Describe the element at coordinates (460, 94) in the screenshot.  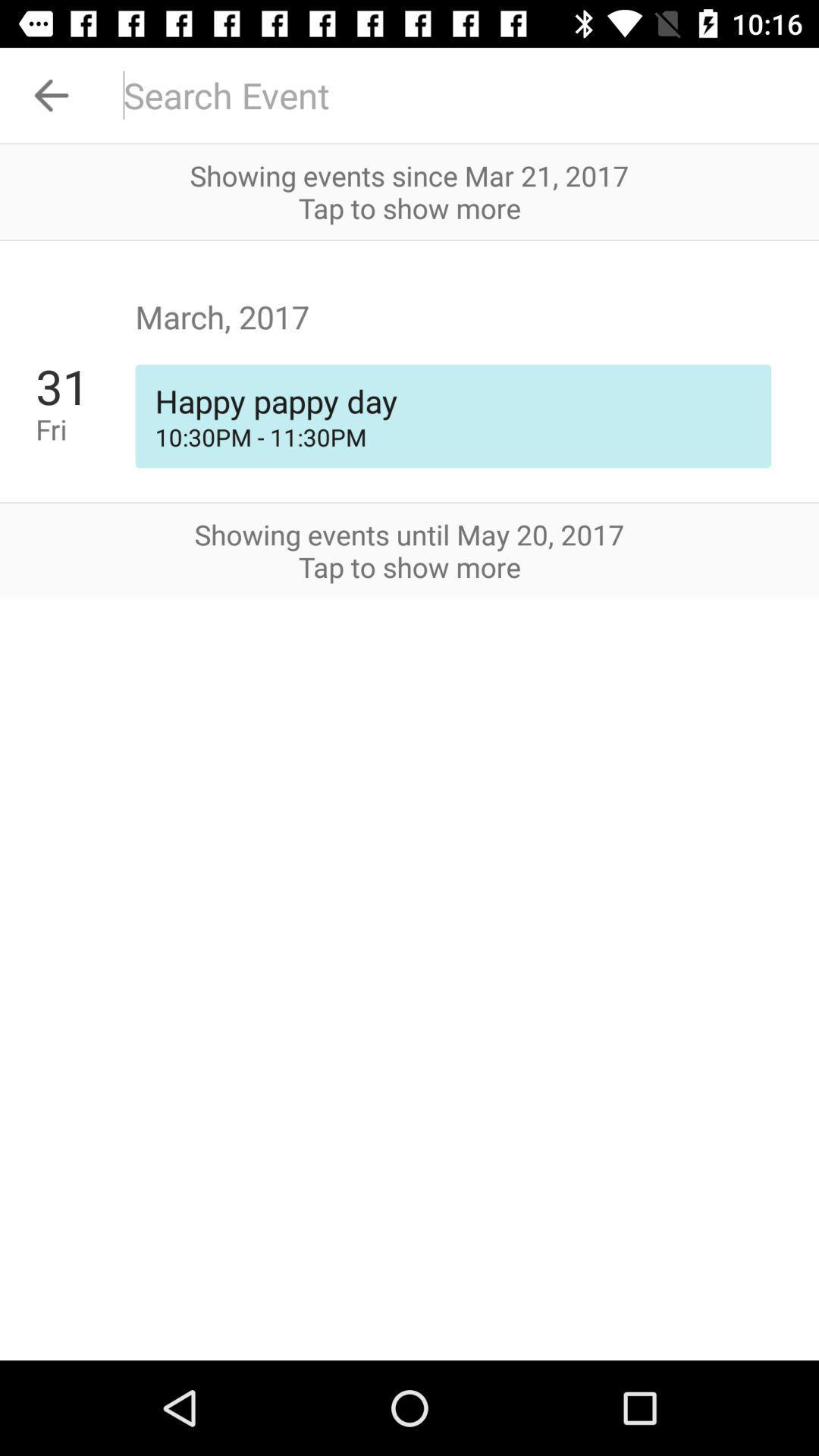
I see `search topic` at that location.